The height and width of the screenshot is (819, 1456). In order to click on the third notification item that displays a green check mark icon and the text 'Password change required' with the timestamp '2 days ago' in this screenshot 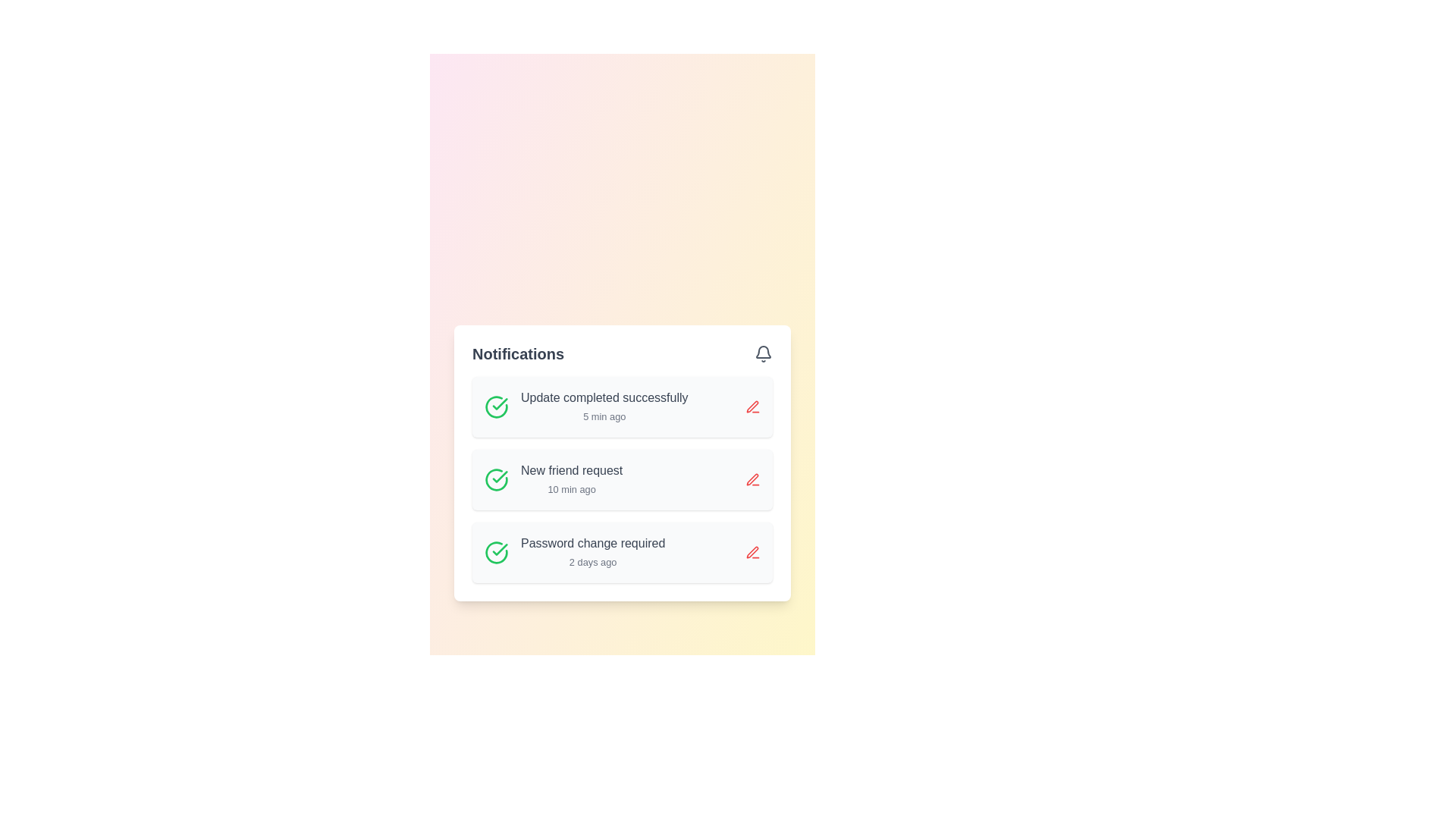, I will do `click(574, 553)`.